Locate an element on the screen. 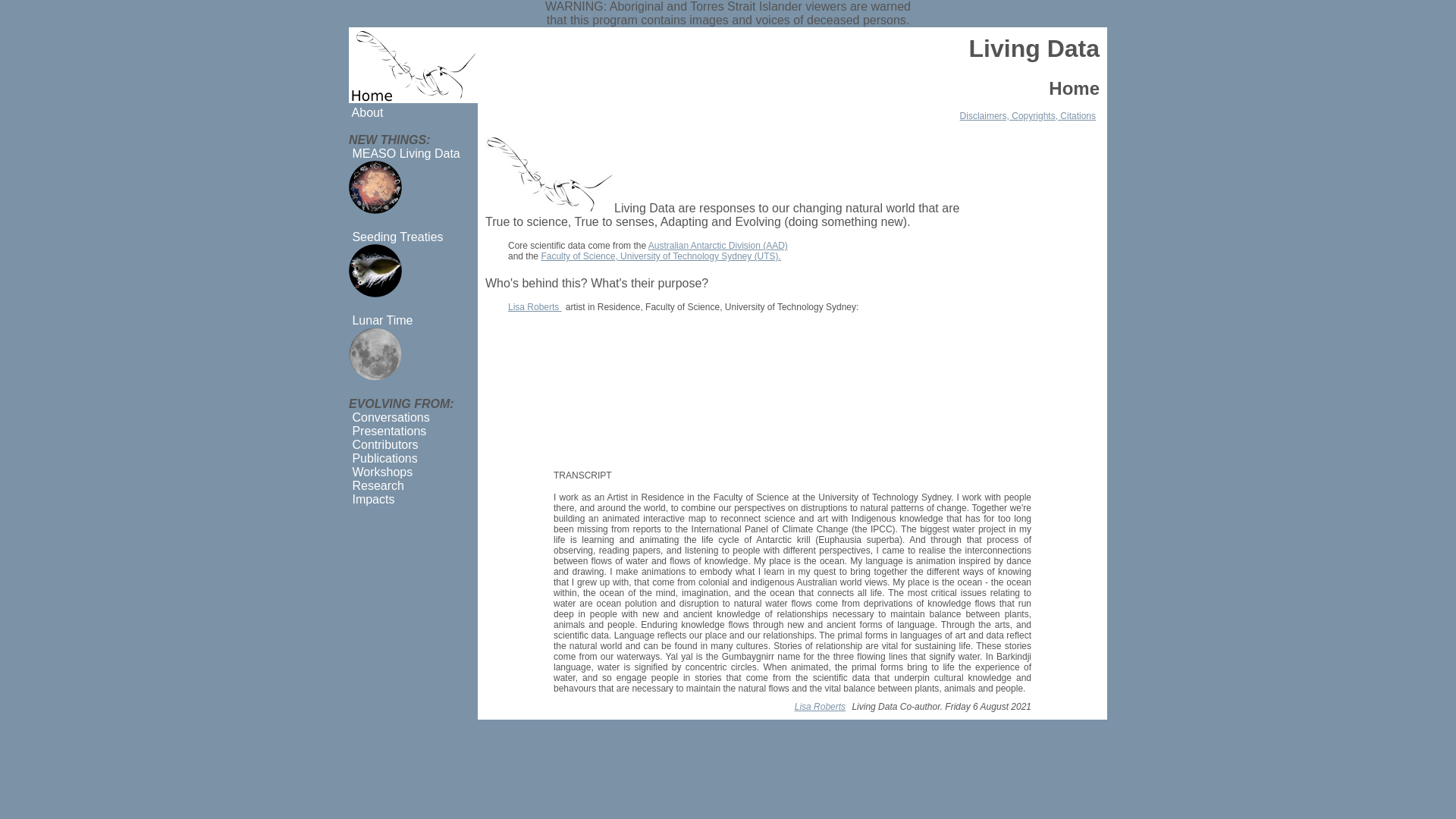 The image size is (1456, 819). 'Lunar Time' is located at coordinates (375, 353).